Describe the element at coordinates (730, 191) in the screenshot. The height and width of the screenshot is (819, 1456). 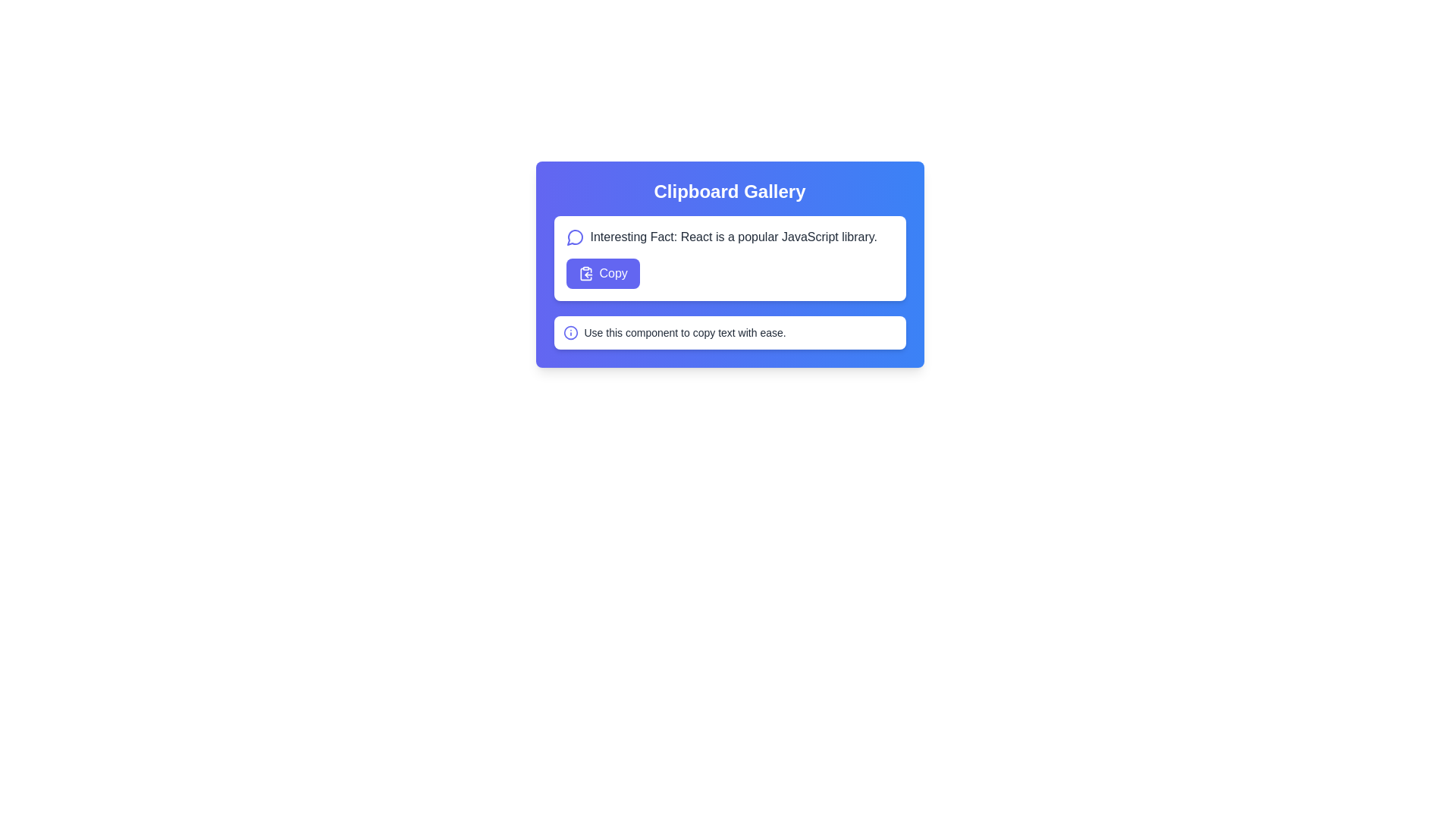
I see `text displayed in the bold, white font saying 'Clipboard Gallery' located at the top of the card with a gradient background` at that location.